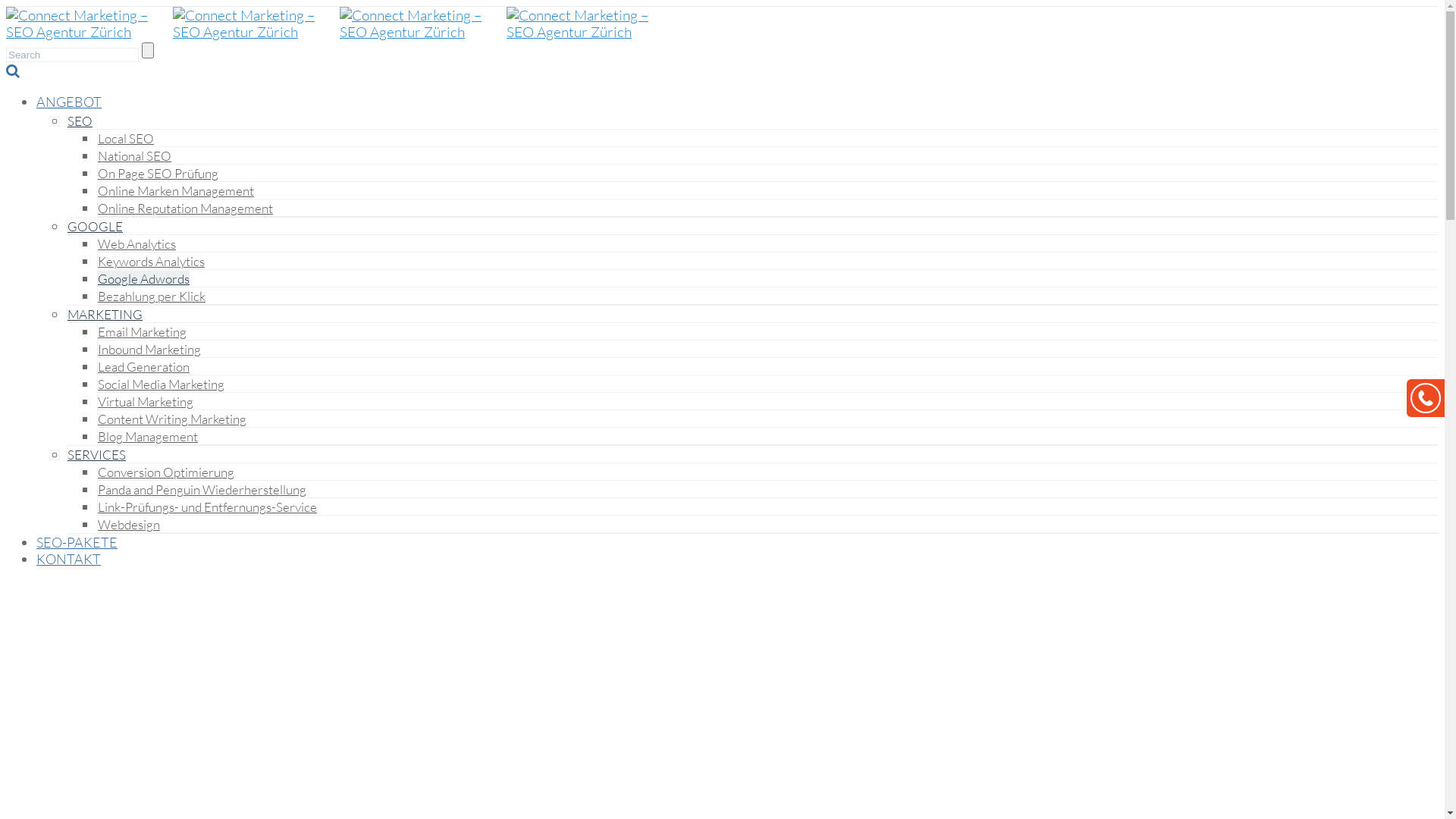 The height and width of the screenshot is (819, 1456). I want to click on 'Social Media Marketing', so click(160, 383).